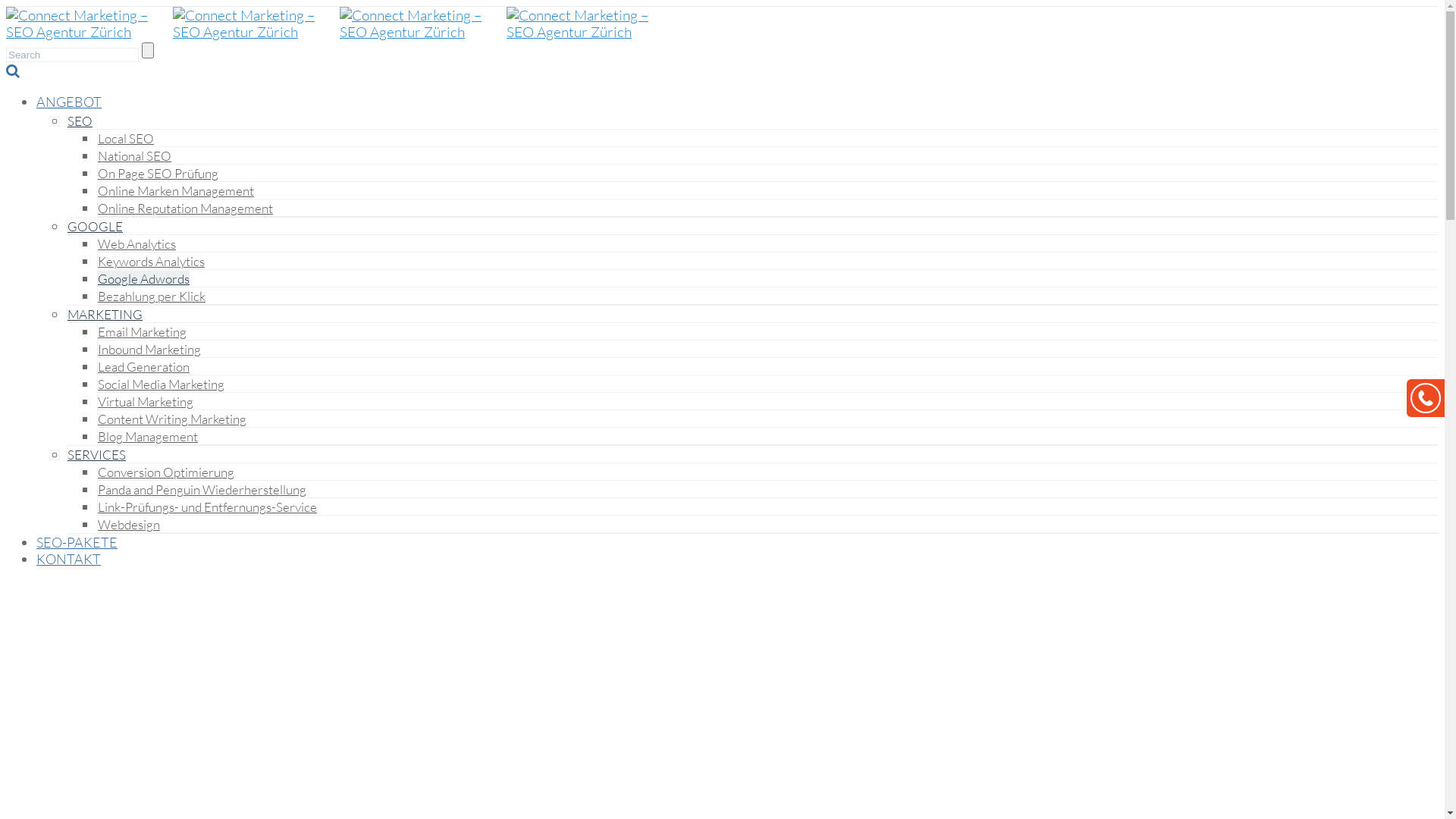 The height and width of the screenshot is (819, 1456). I want to click on 'Social Media Marketing', so click(160, 383).